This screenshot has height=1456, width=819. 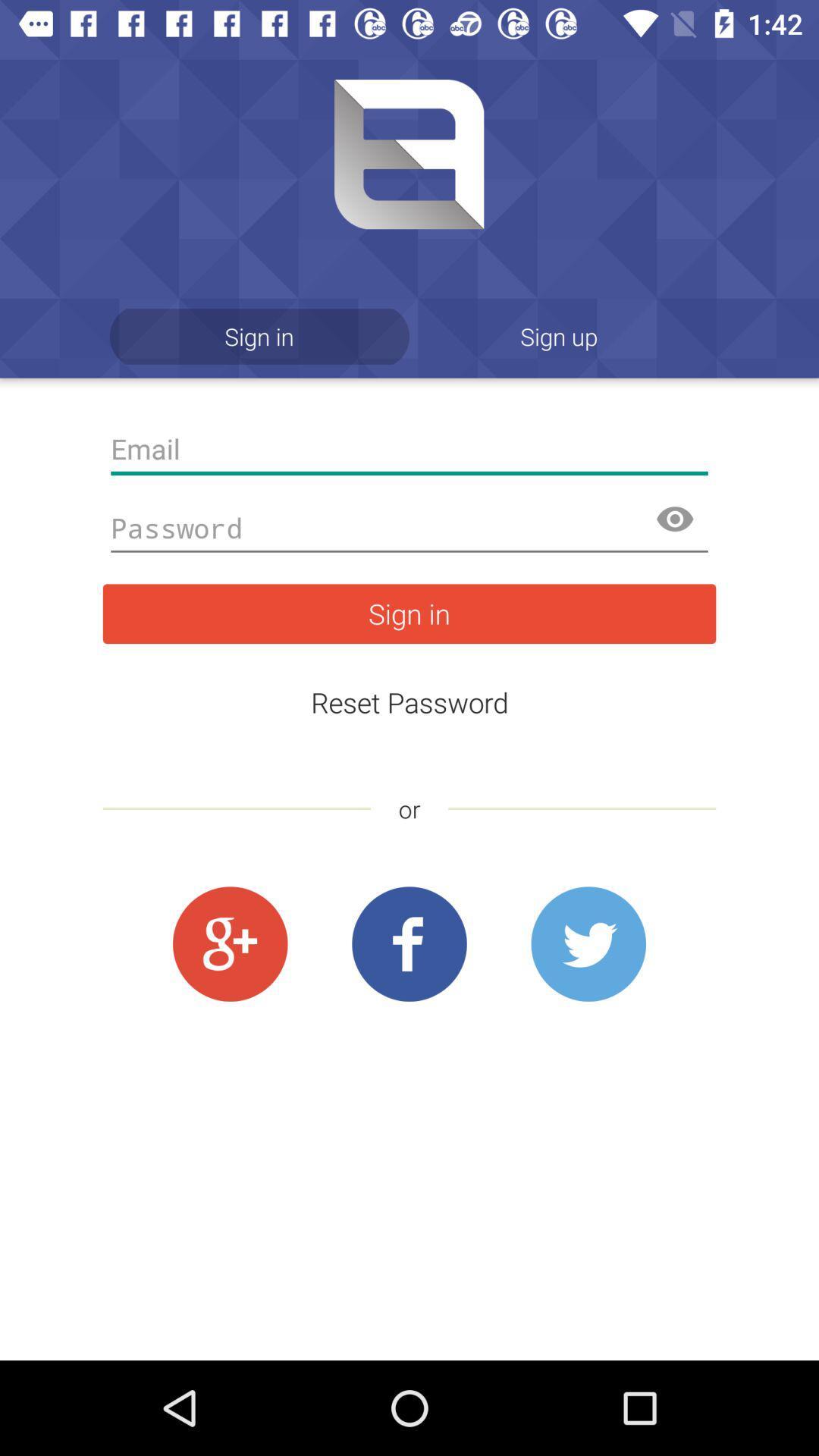 What do you see at coordinates (409, 529) in the screenshot?
I see `icon above the sign in icon` at bounding box center [409, 529].